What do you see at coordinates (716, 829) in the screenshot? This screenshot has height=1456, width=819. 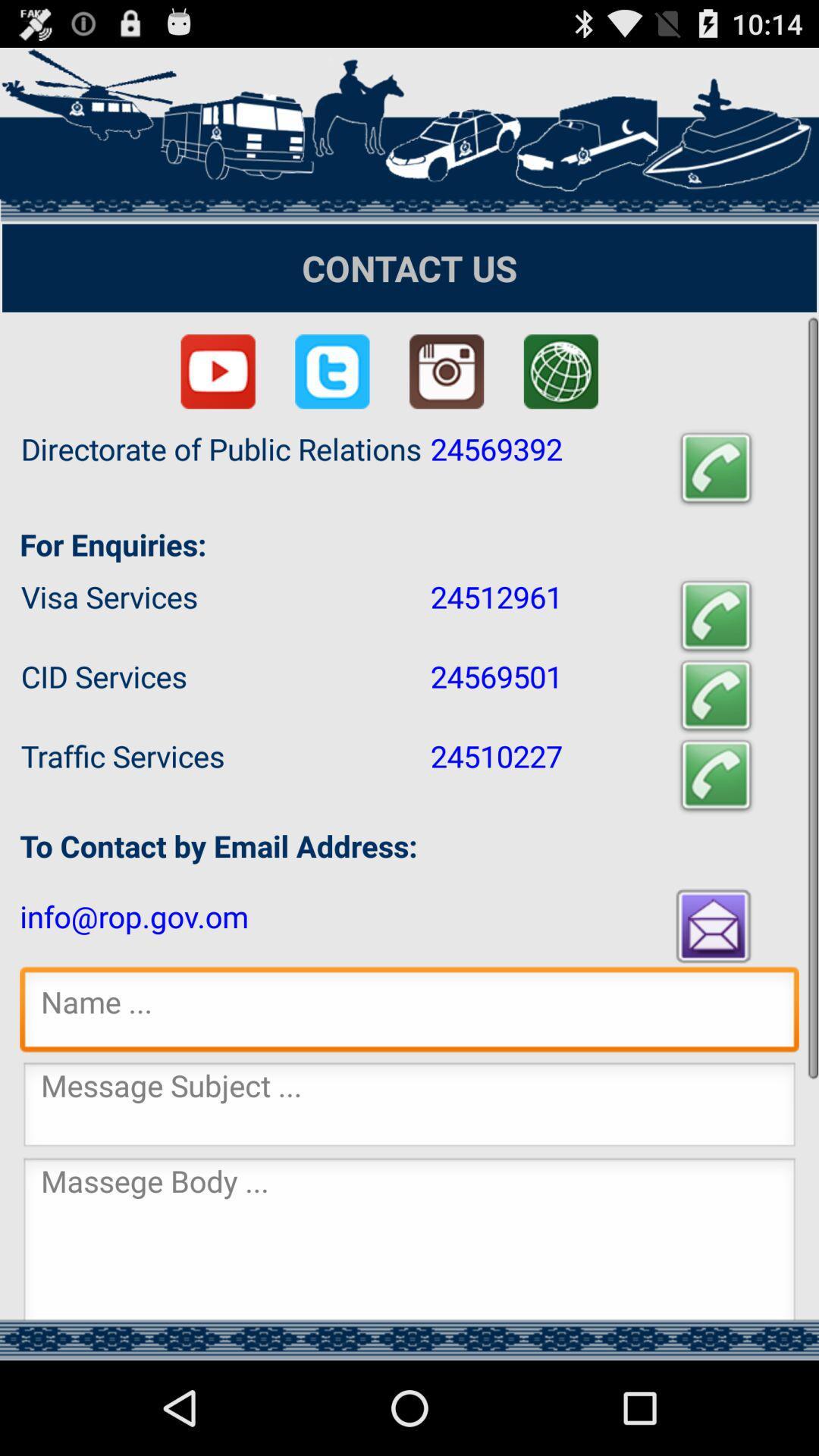 I see `the call icon` at bounding box center [716, 829].